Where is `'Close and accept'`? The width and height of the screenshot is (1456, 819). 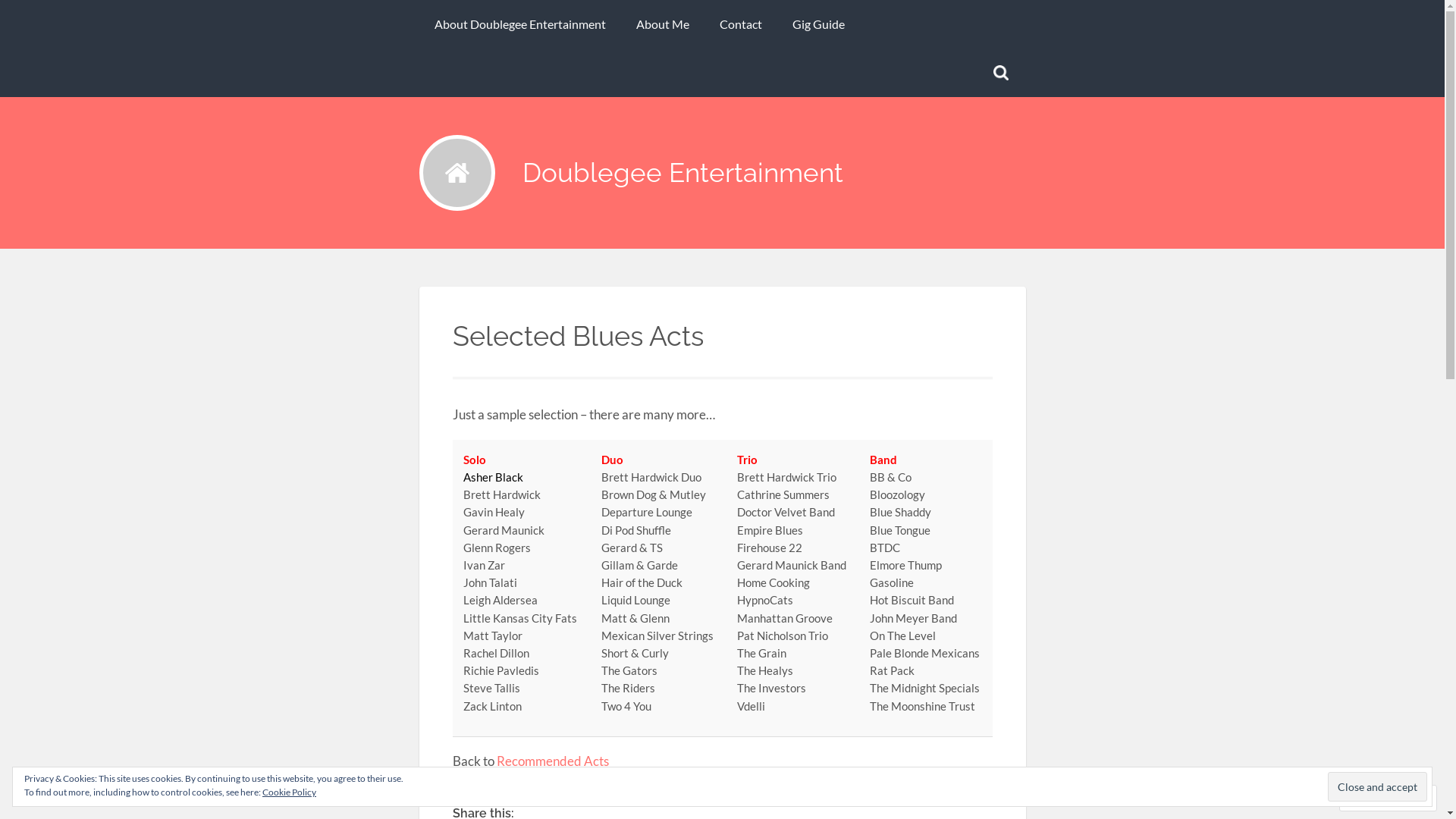
'Close and accept' is located at coordinates (1377, 786).